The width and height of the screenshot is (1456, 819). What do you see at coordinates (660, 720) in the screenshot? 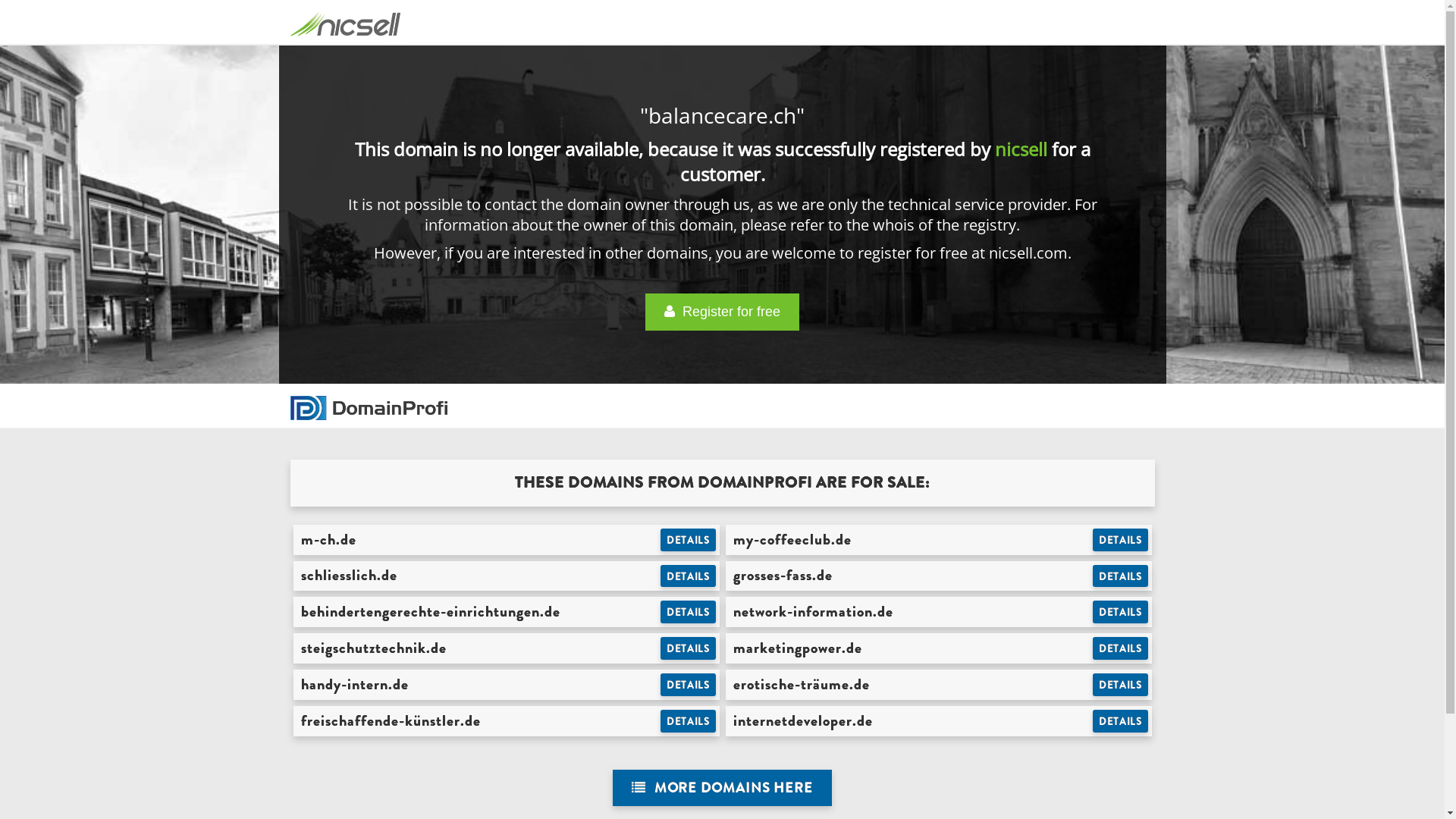
I see `'DETAILS'` at bounding box center [660, 720].